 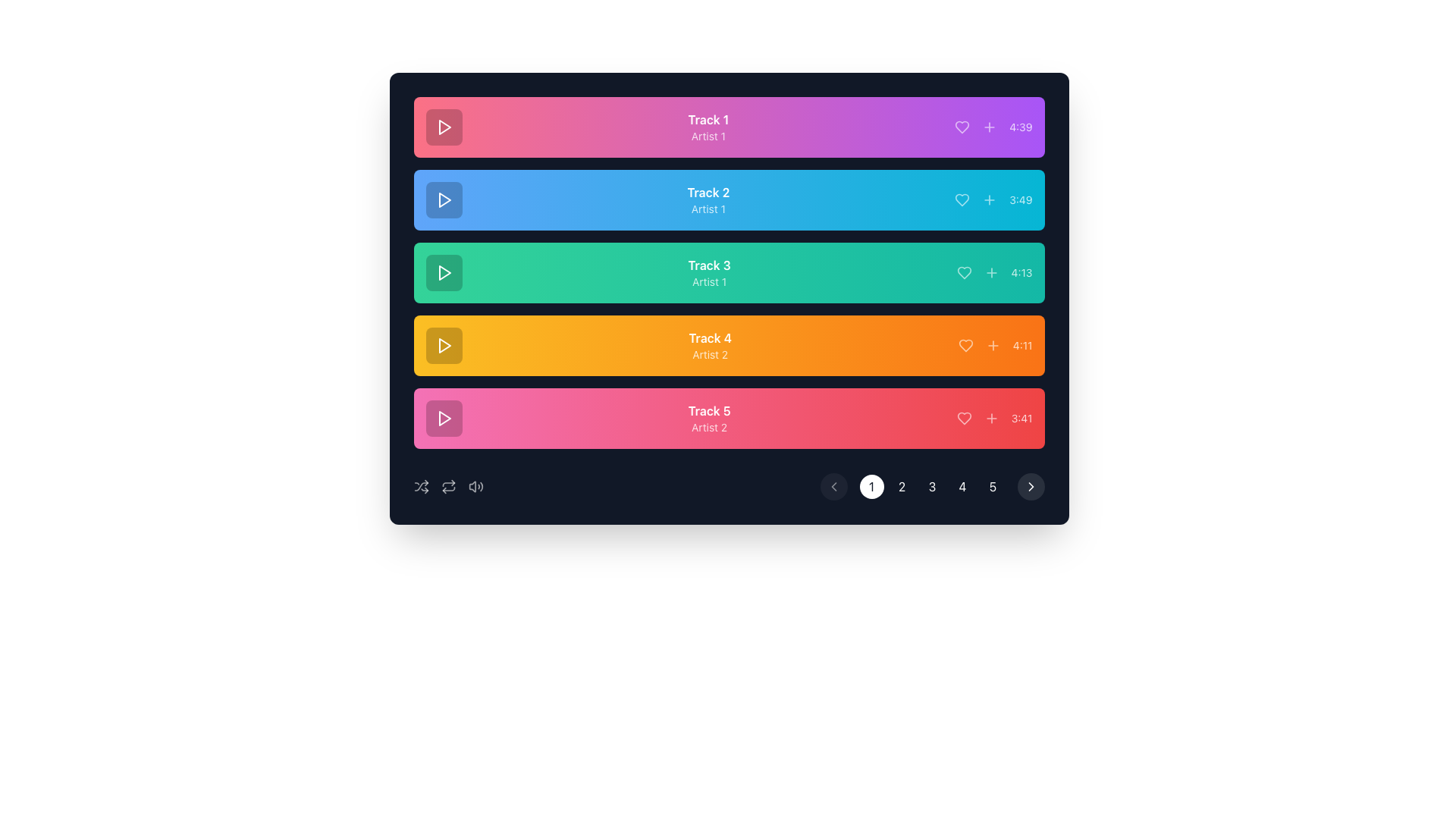 I want to click on the third pagination button for keyboard navigation, so click(x=931, y=486).